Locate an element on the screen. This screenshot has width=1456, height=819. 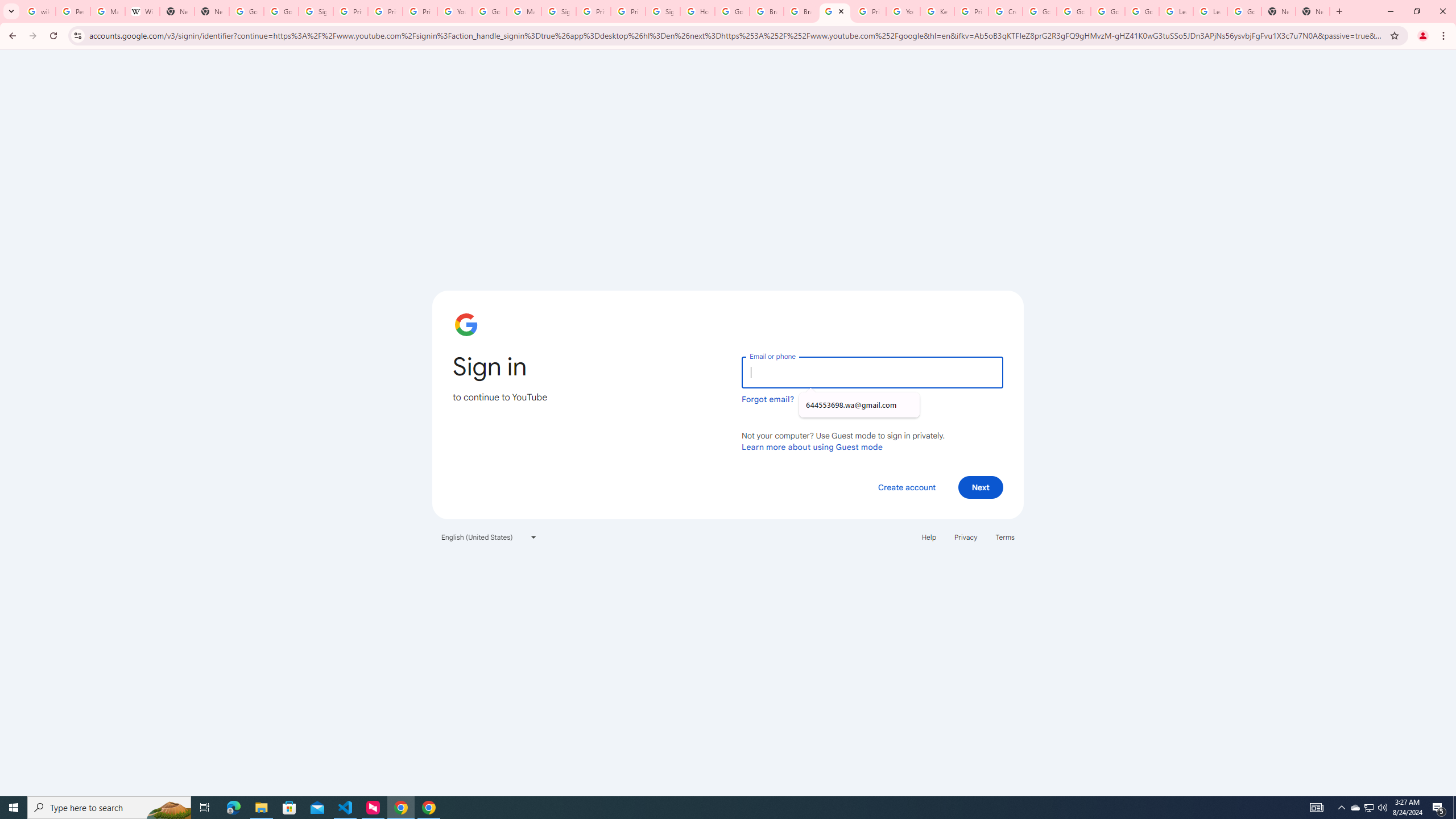
'New Tab' is located at coordinates (1277, 11).